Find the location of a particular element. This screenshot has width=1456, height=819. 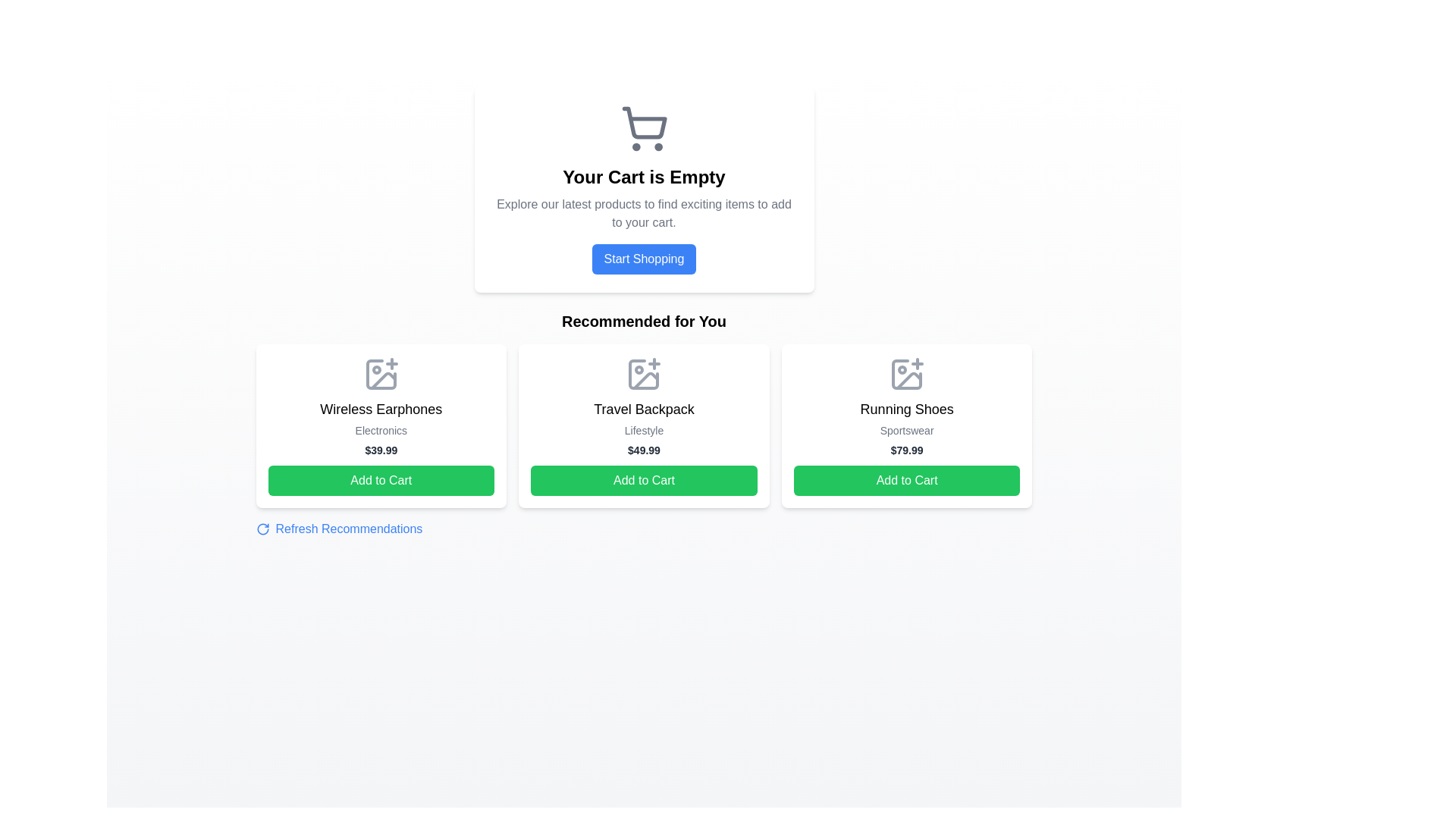

the SVG-based icon depicting a photograph with a mountain and sun outline, located in the top-left corner of the 'Travel Backpack' card under the 'Recommended for You' section is located at coordinates (644, 374).